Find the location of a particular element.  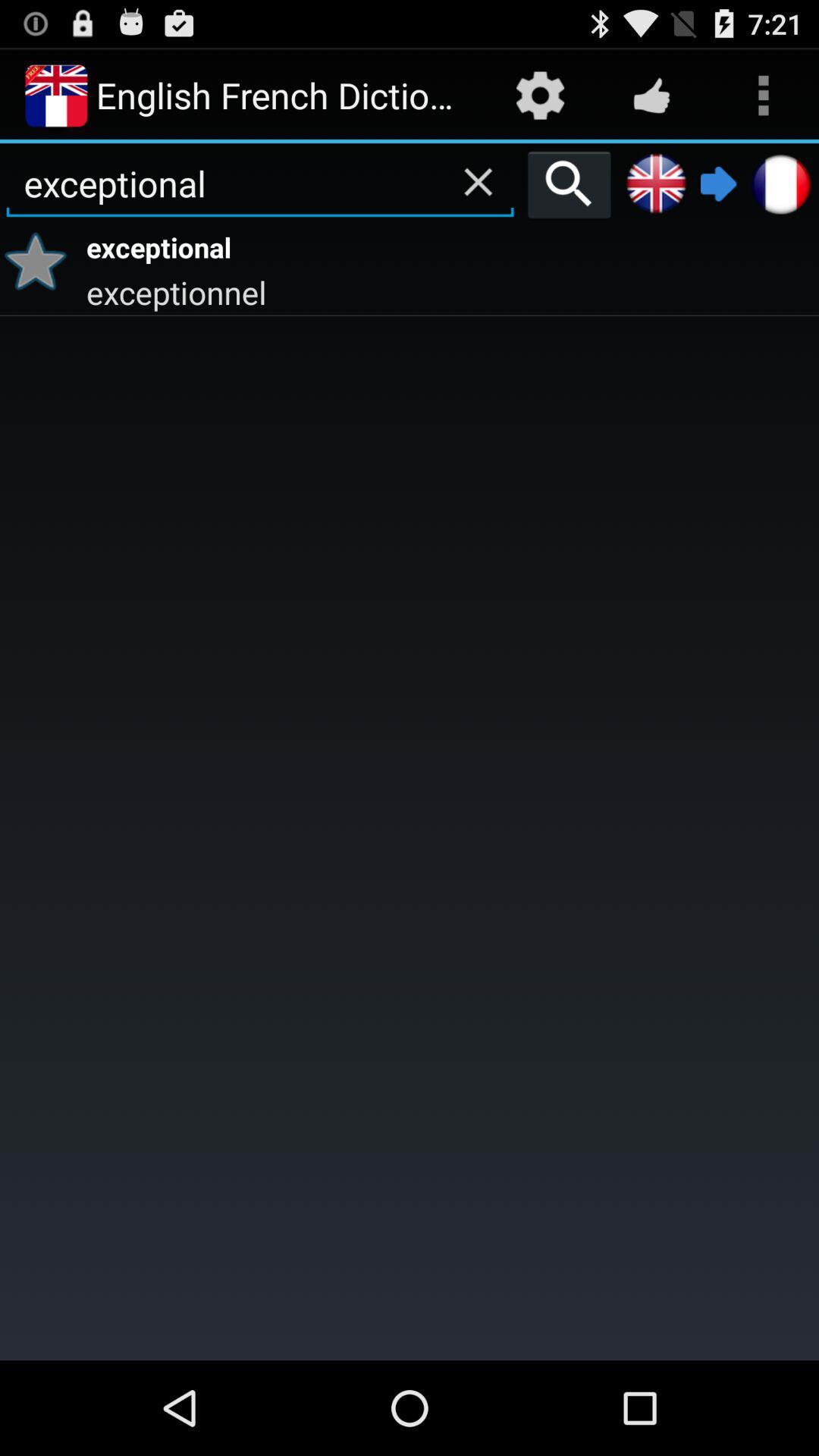

icon to the right of english french dictionary app is located at coordinates (539, 94).